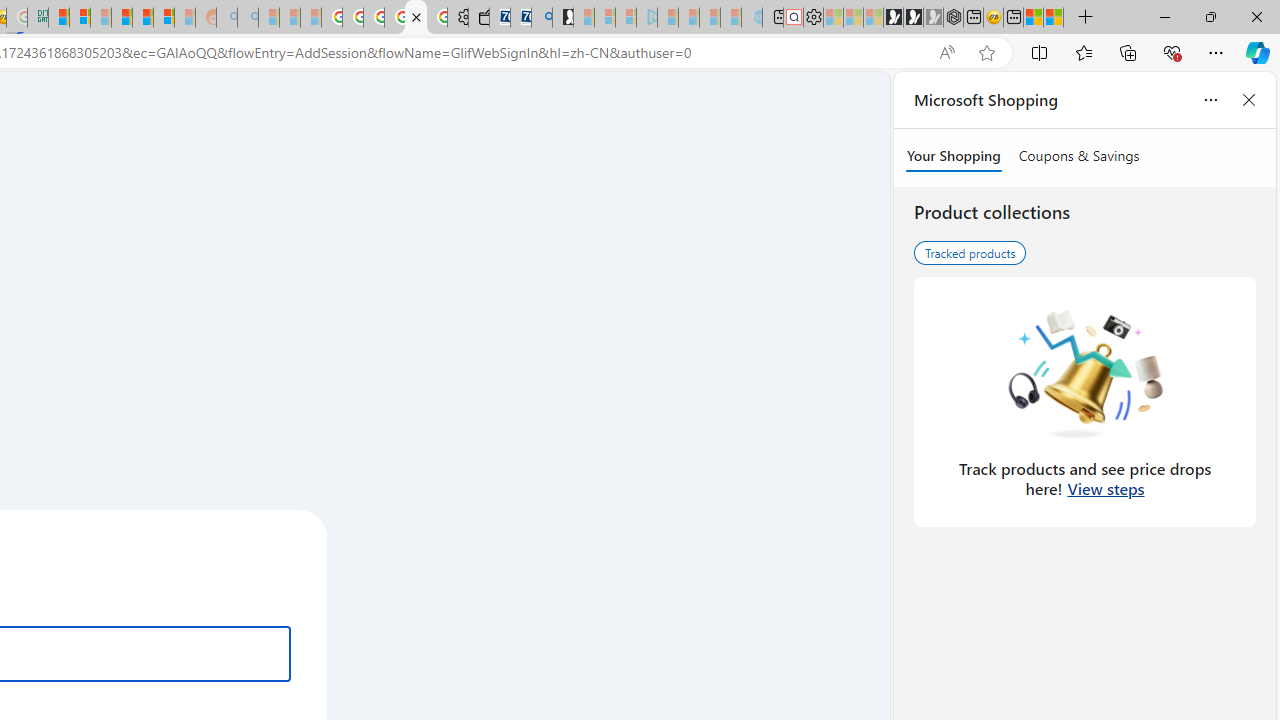 This screenshot has width=1280, height=720. What do you see at coordinates (542, 17) in the screenshot?
I see `'Bing Real Estate - Home sales and rental listings'` at bounding box center [542, 17].